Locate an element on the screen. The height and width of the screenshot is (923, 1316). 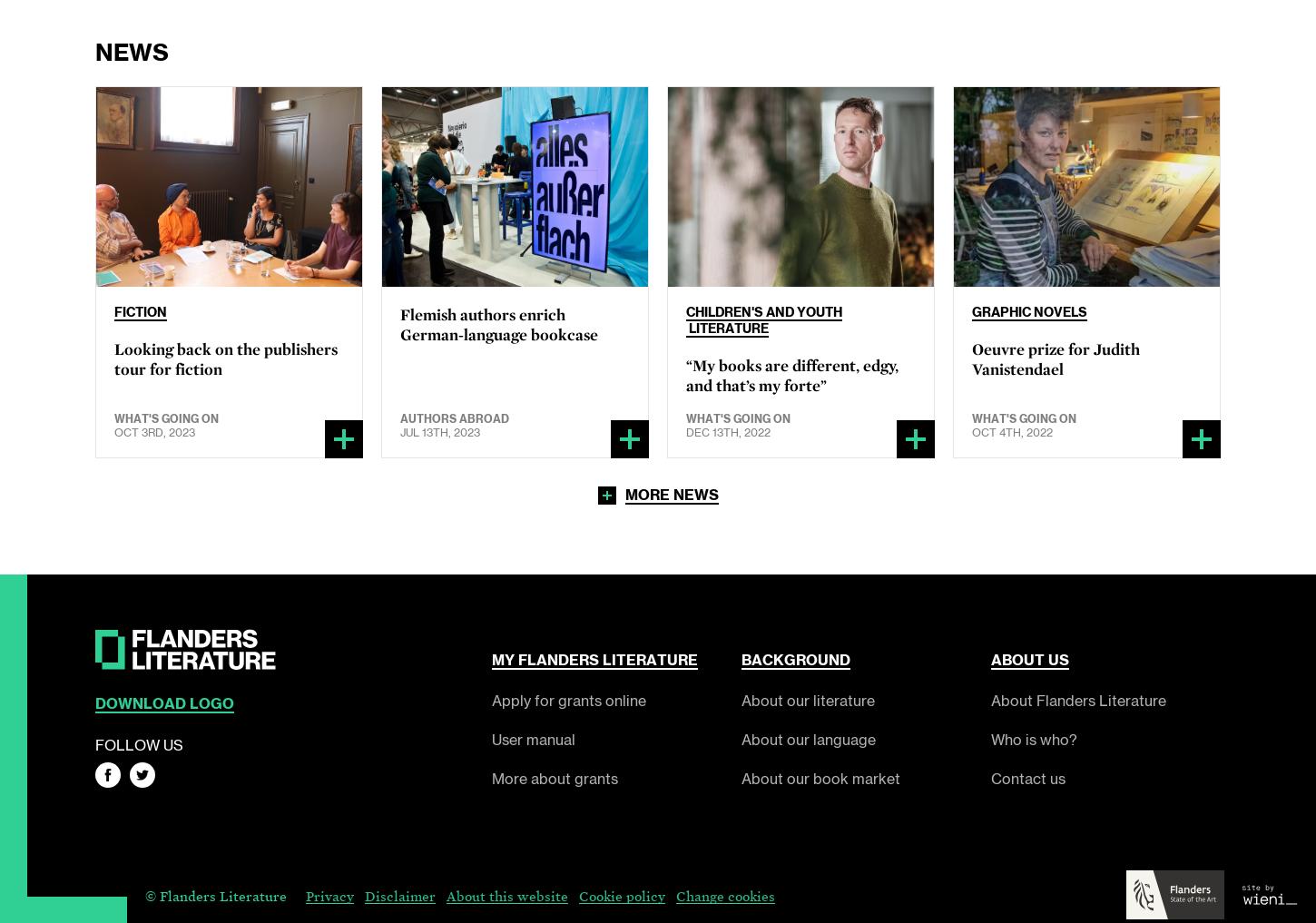
'About our language' is located at coordinates (808, 739).